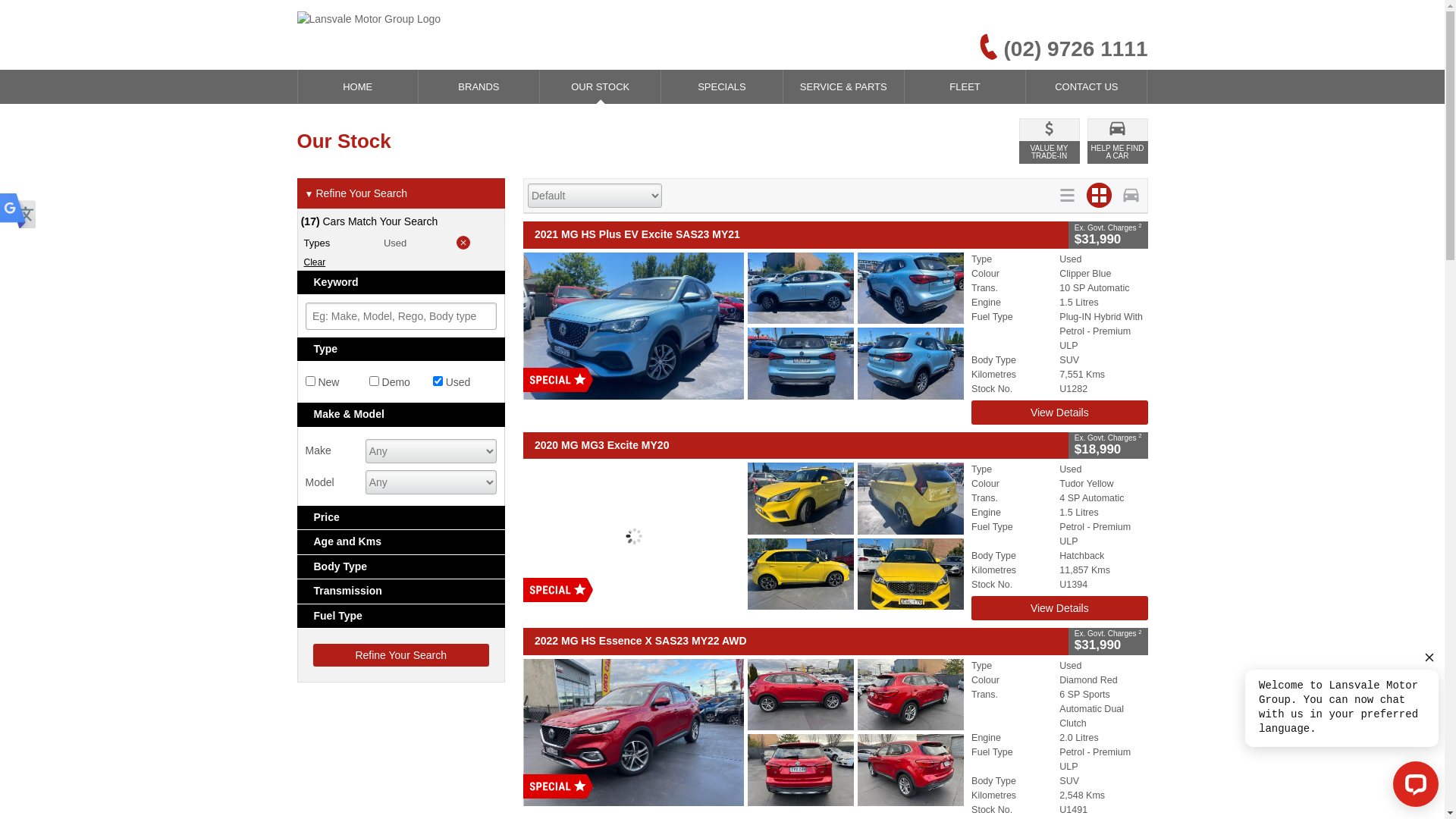 The width and height of the screenshot is (1456, 819). Describe the element at coordinates (401, 349) in the screenshot. I see `'Type'` at that location.